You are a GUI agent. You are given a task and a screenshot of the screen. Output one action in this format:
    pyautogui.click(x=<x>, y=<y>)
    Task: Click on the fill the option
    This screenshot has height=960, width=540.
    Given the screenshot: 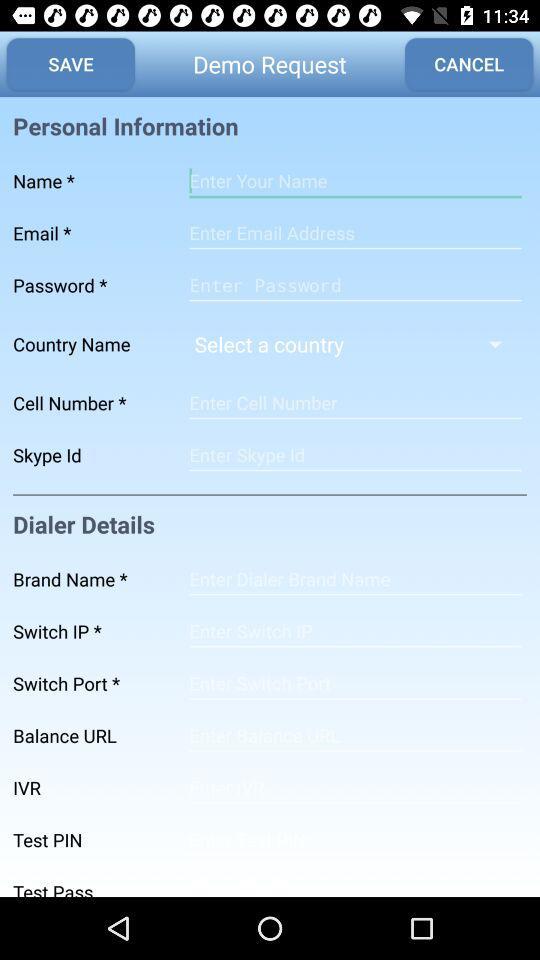 What is the action you would take?
    pyautogui.click(x=354, y=788)
    